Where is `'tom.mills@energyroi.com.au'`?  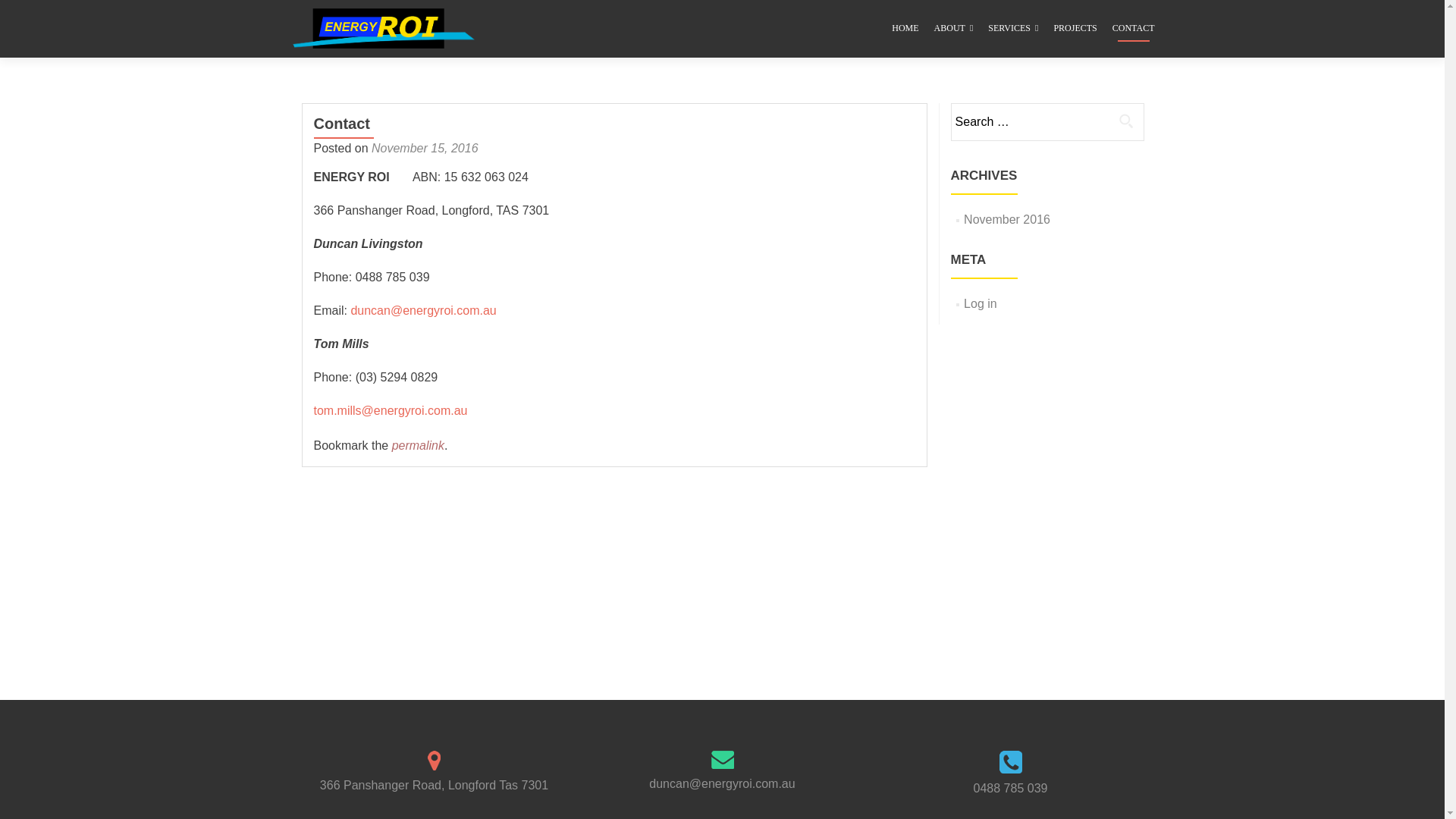 'tom.mills@energyroi.com.au' is located at coordinates (391, 410).